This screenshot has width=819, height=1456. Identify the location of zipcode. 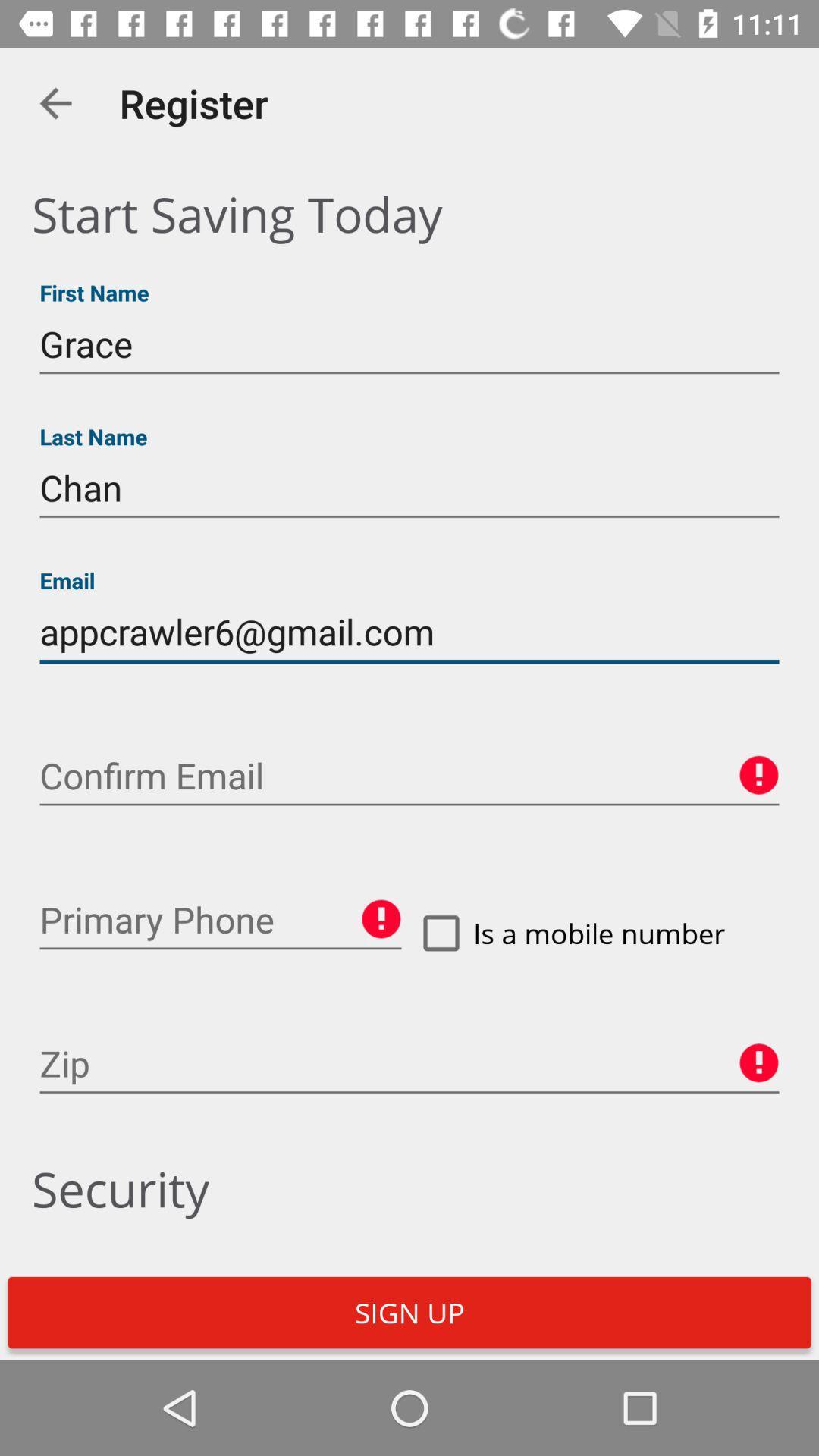
(409, 1063).